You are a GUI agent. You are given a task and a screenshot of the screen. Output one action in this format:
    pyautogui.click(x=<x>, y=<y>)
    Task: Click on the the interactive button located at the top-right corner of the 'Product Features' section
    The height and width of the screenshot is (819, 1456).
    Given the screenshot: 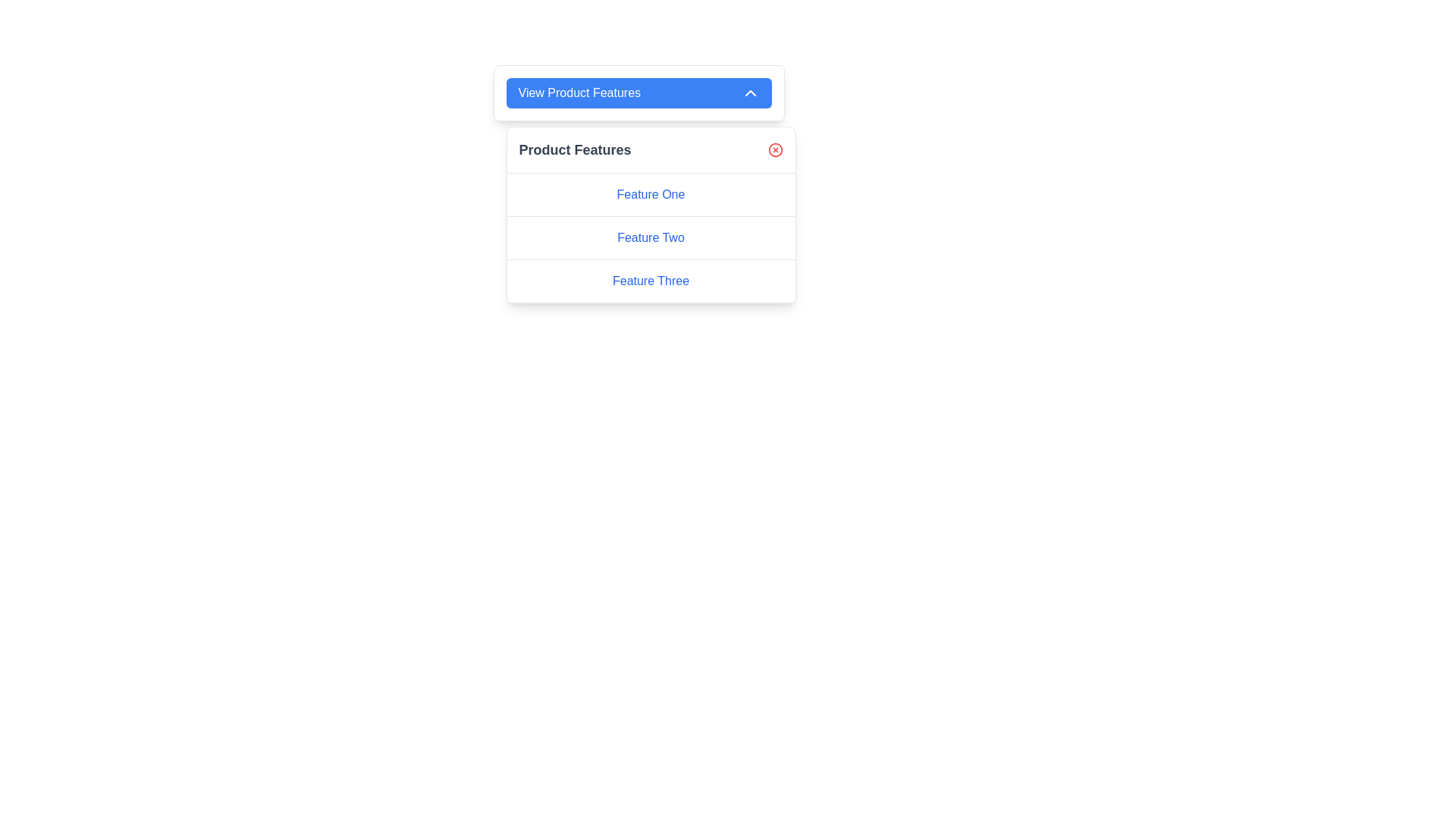 What is the action you would take?
    pyautogui.click(x=775, y=149)
    